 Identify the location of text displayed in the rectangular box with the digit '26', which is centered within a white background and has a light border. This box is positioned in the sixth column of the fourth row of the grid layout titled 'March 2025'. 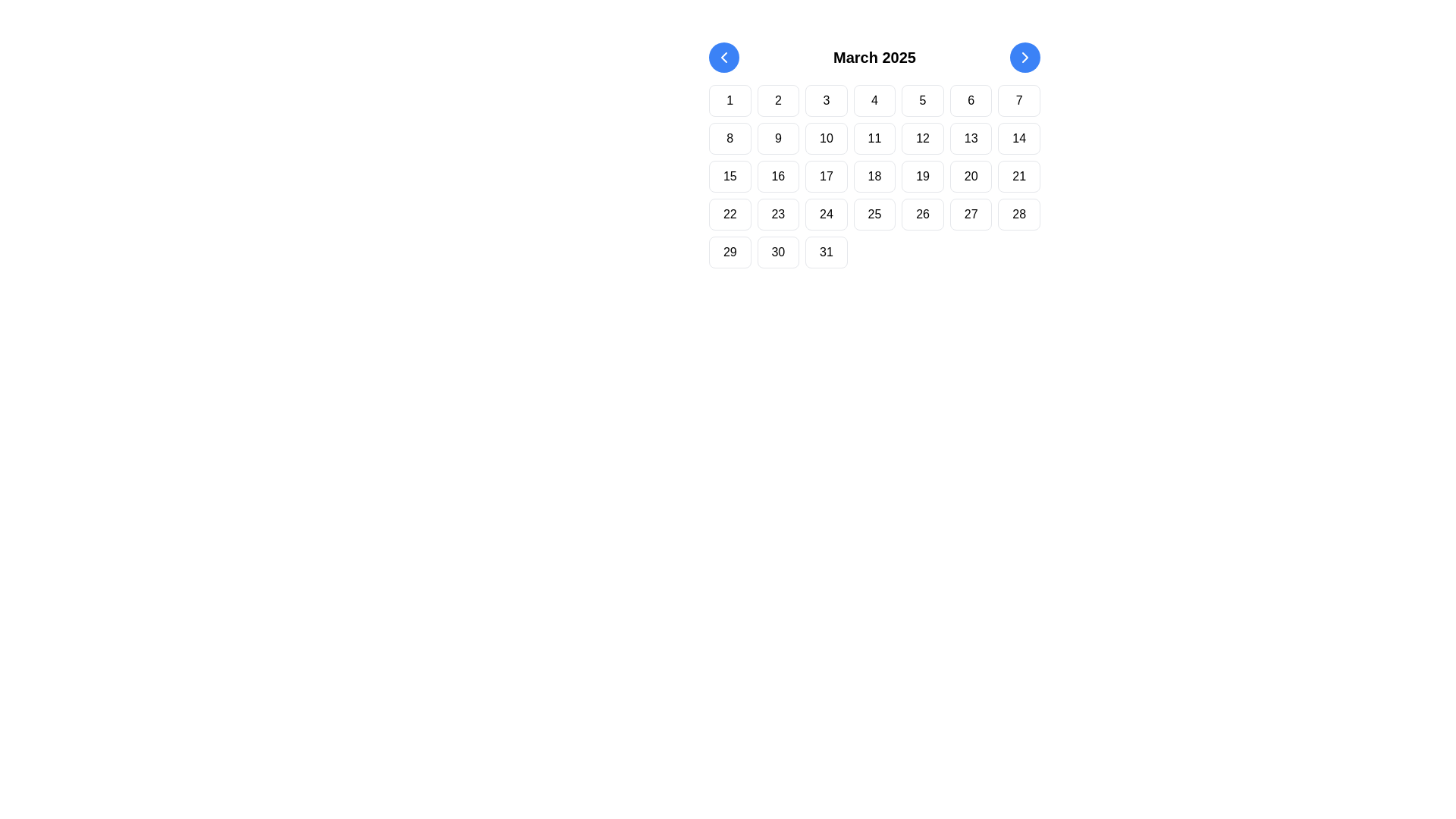
(922, 214).